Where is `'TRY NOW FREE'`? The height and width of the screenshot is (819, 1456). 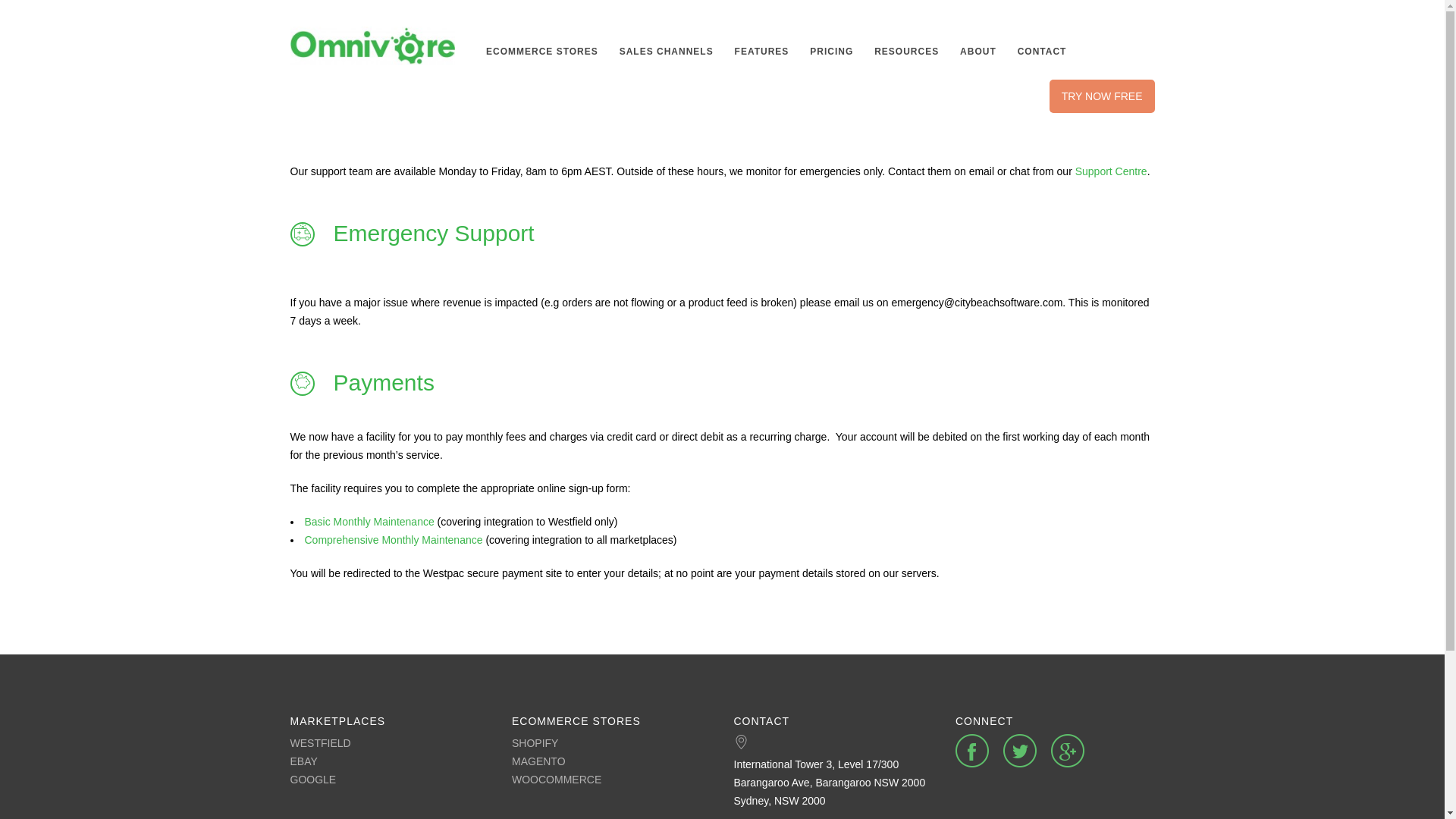
'TRY NOW FREE' is located at coordinates (1102, 96).